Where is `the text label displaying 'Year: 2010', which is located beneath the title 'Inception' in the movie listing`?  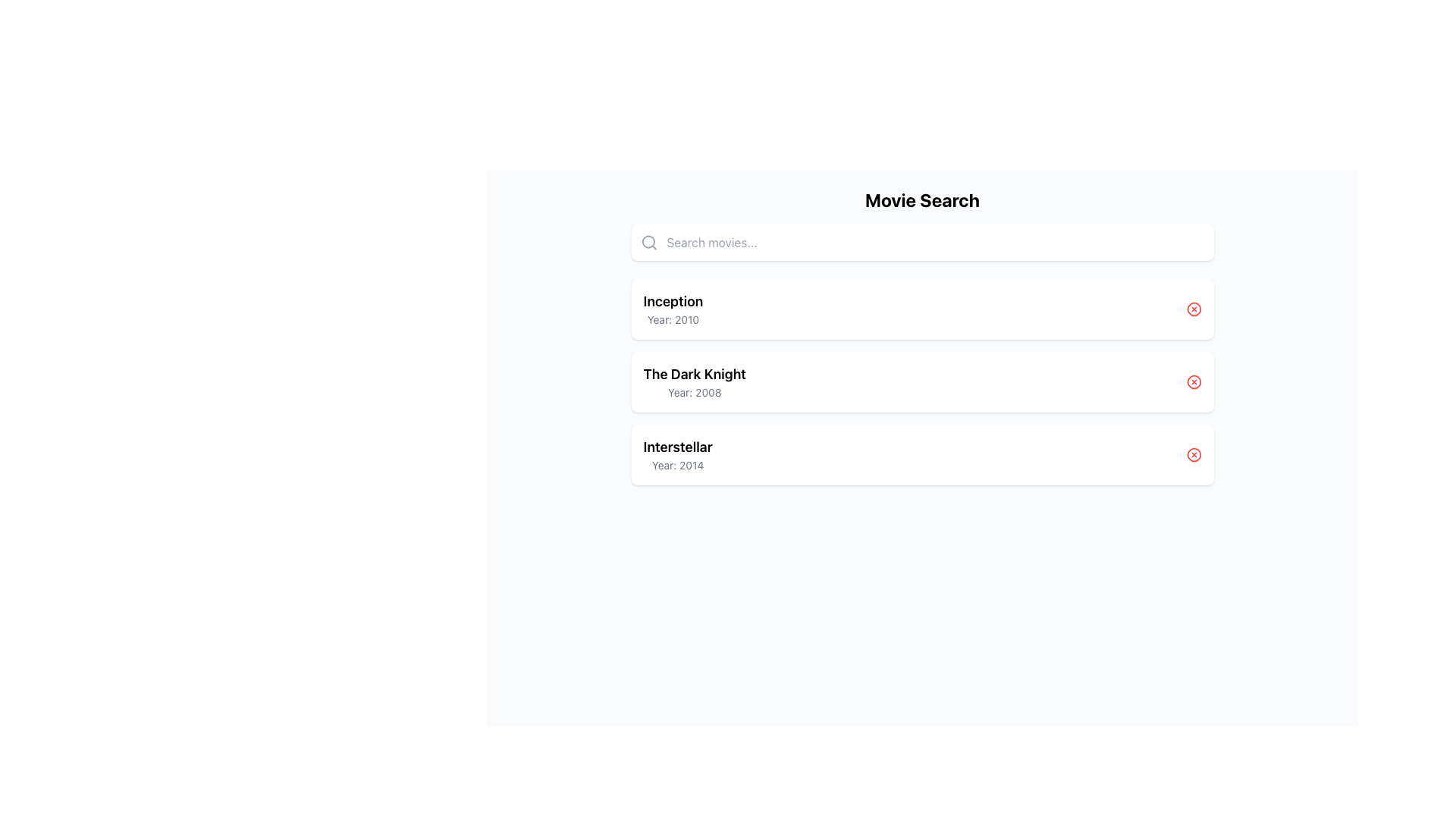 the text label displaying 'Year: 2010', which is located beneath the title 'Inception' in the movie listing is located at coordinates (672, 318).